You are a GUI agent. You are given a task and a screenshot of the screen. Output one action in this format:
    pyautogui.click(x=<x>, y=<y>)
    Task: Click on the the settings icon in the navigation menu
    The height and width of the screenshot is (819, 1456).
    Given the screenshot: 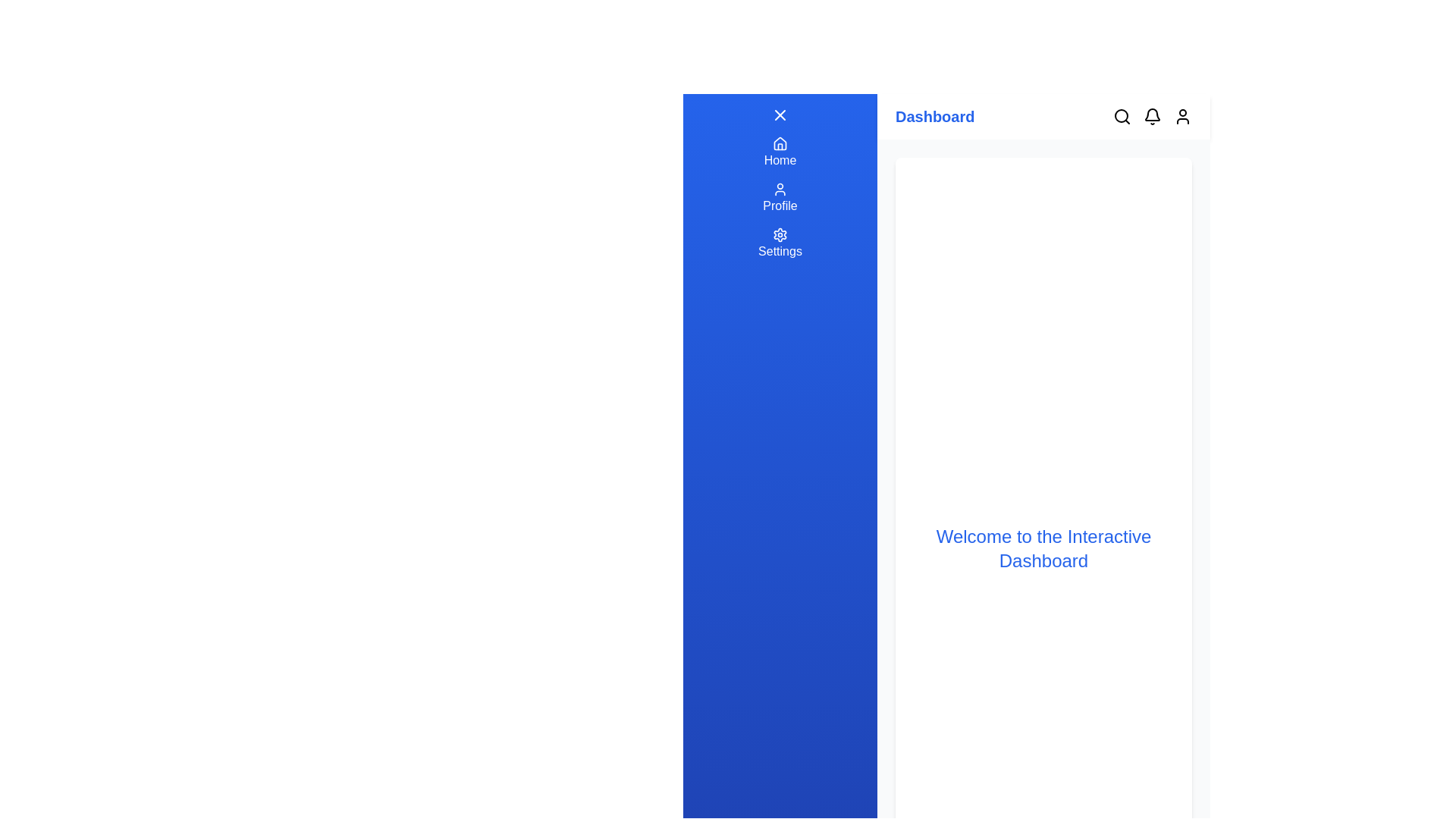 What is the action you would take?
    pyautogui.click(x=780, y=234)
    